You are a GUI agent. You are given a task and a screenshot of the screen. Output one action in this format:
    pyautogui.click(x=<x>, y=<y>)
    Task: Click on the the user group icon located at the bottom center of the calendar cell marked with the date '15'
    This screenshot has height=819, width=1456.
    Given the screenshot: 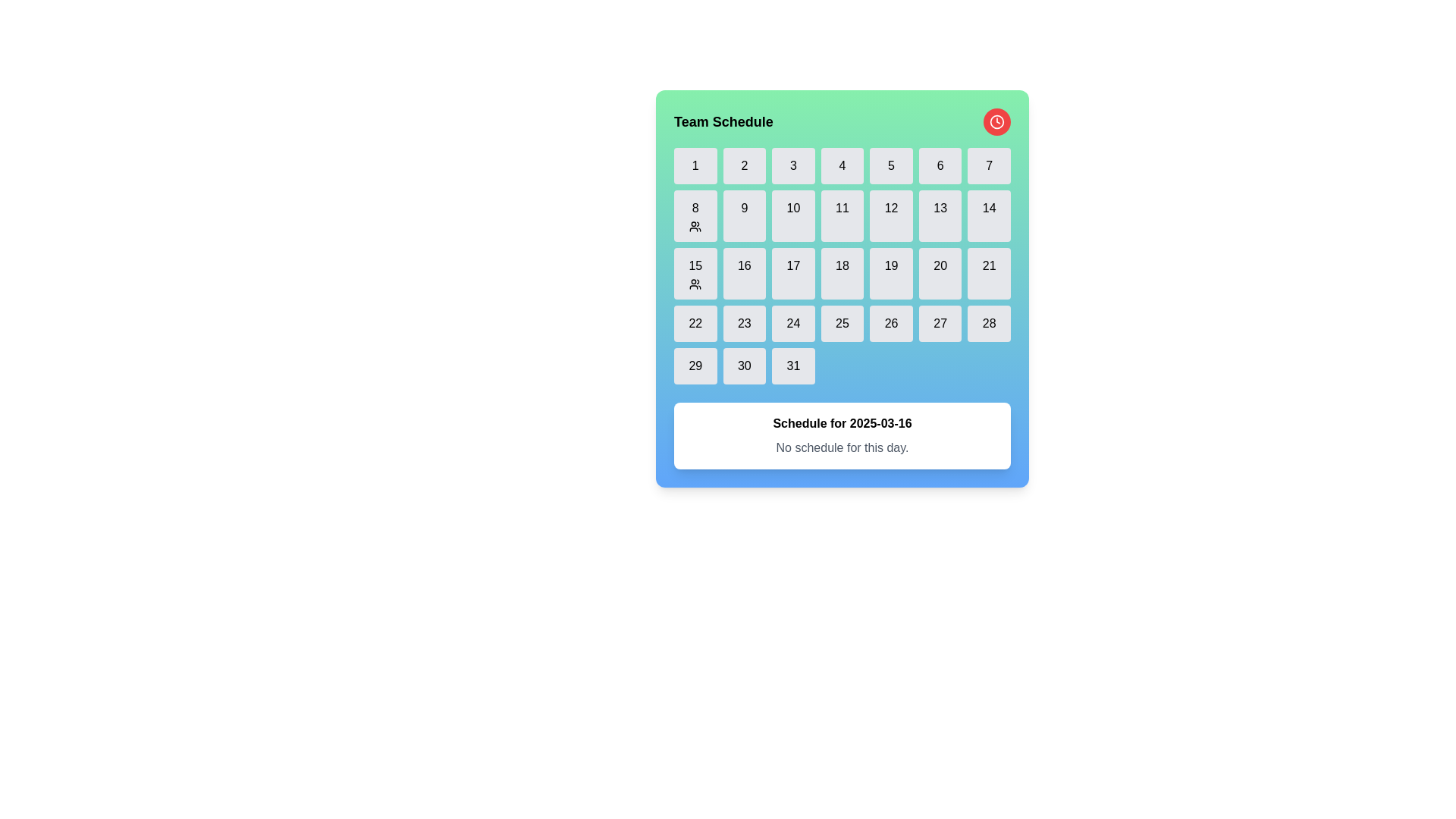 What is the action you would take?
    pyautogui.click(x=695, y=284)
    